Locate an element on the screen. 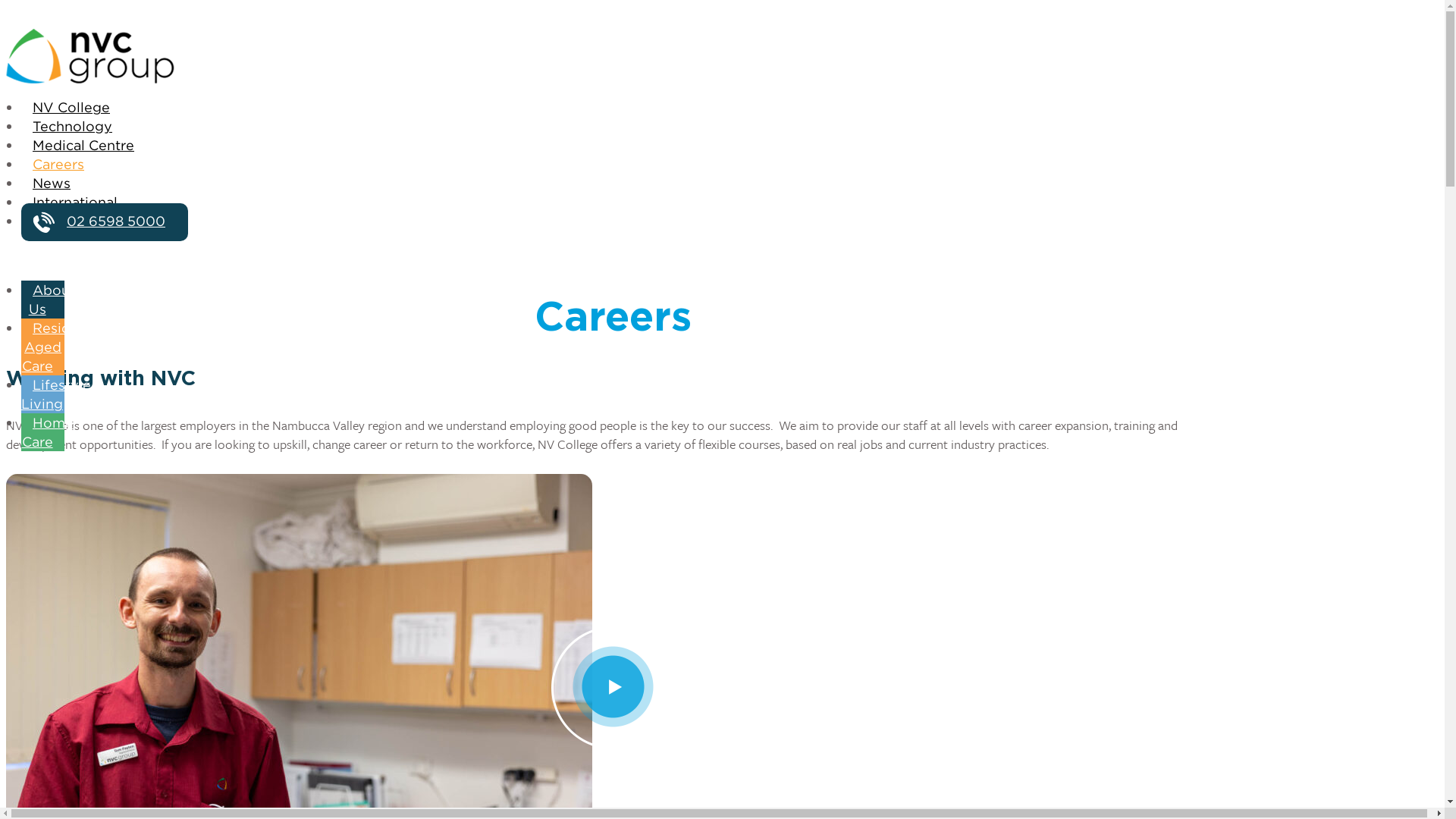 This screenshot has width=1456, height=819. 'Technology' is located at coordinates (71, 127).